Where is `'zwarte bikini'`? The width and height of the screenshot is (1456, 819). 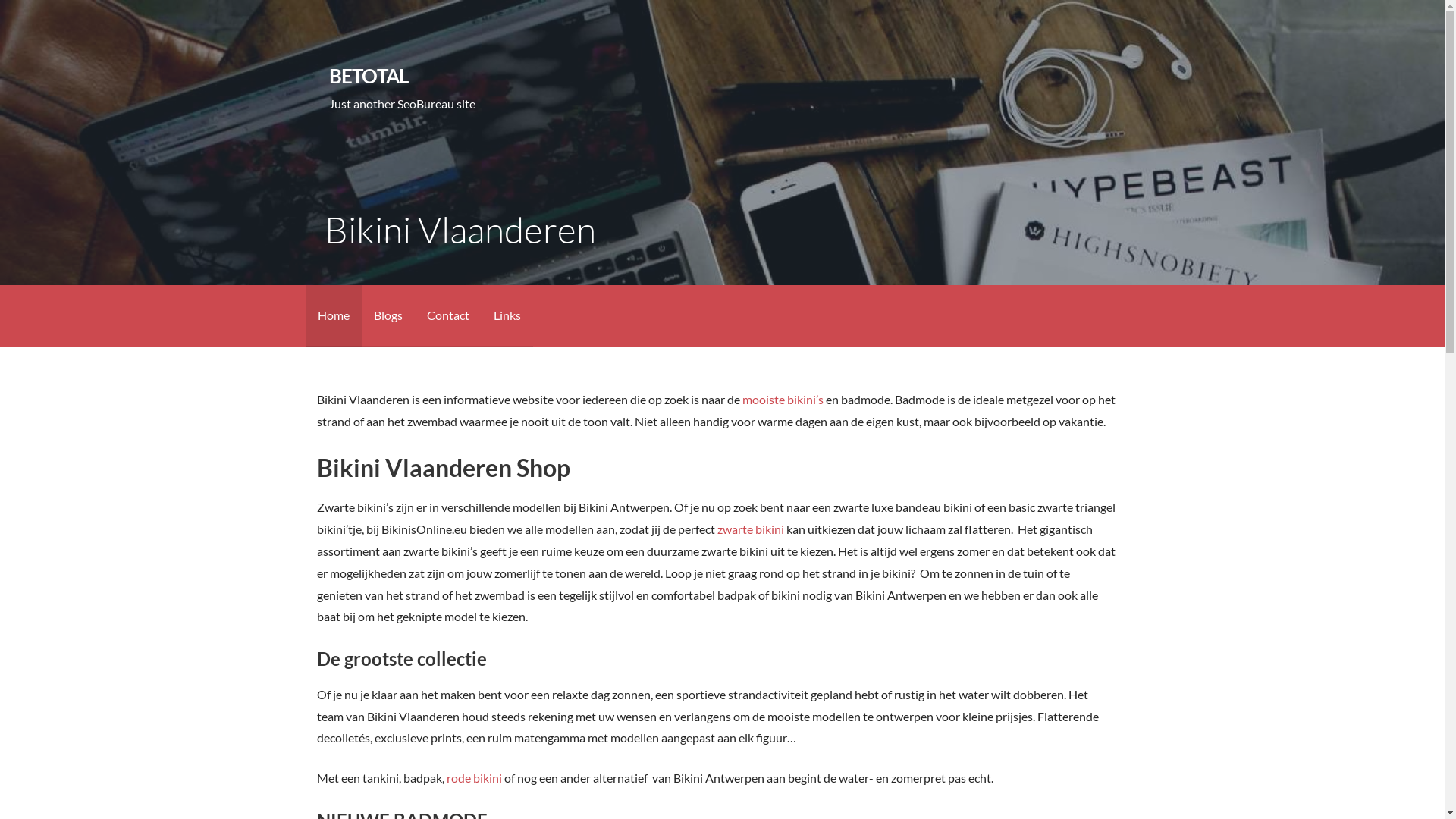
'zwarte bikini' is located at coordinates (750, 528).